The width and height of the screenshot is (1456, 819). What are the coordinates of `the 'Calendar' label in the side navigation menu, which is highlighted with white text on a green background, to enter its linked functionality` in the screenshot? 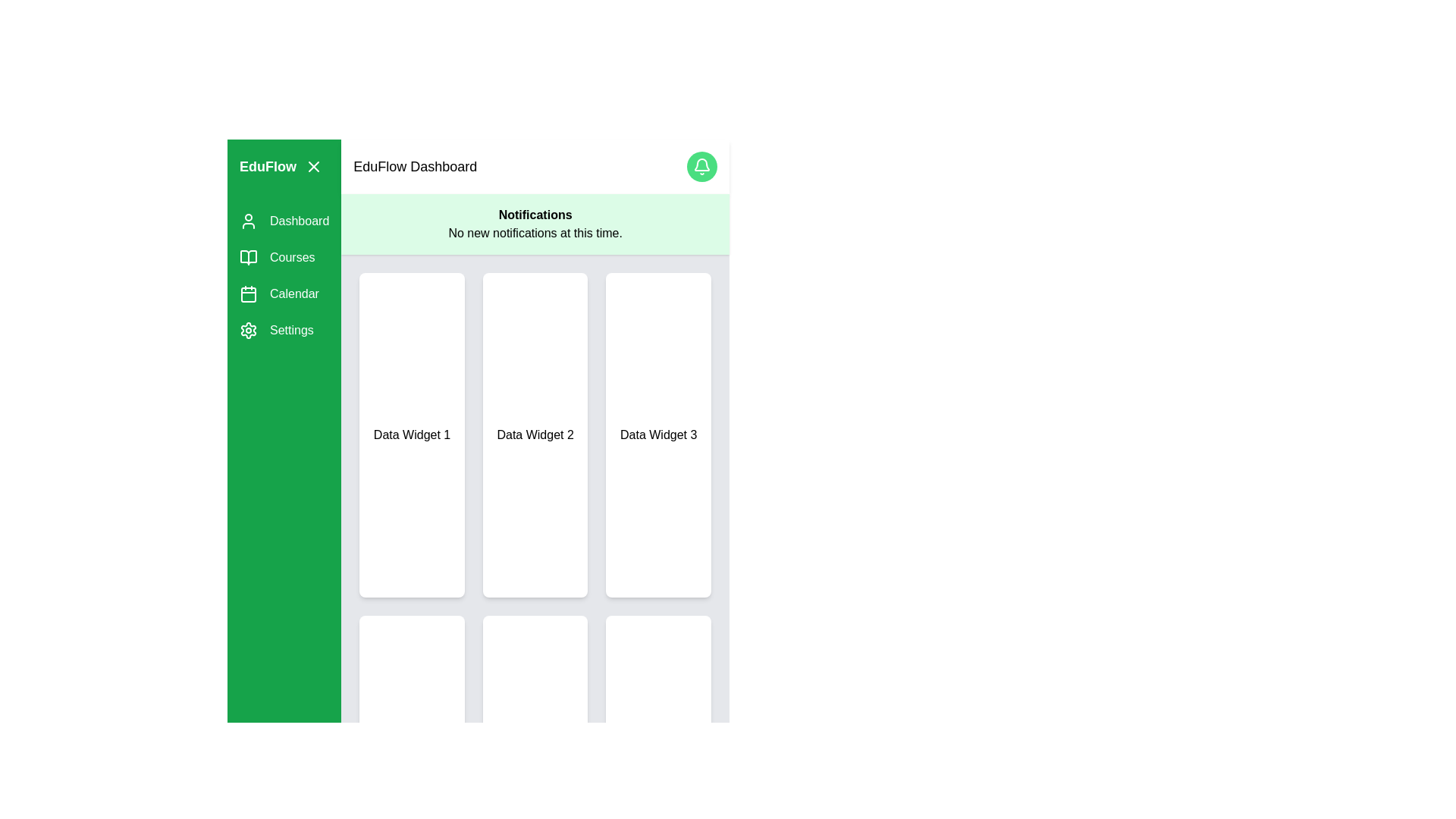 It's located at (294, 294).